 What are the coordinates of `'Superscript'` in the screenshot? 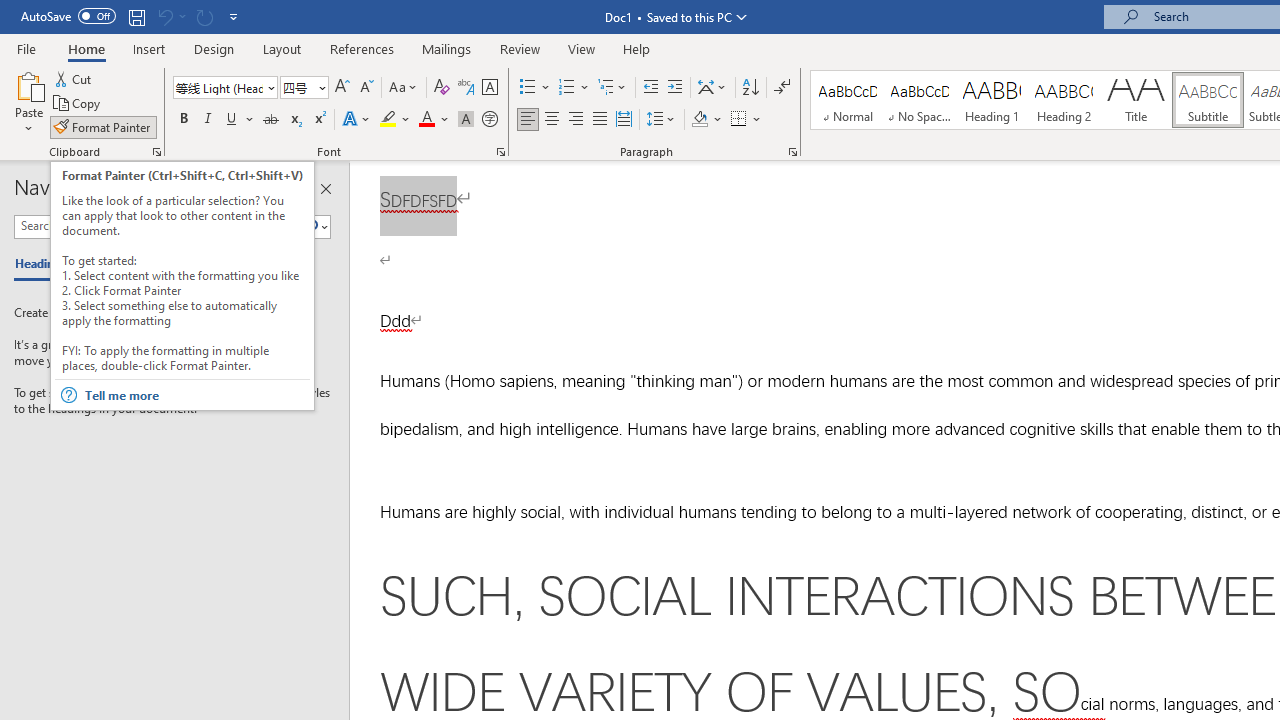 It's located at (318, 119).